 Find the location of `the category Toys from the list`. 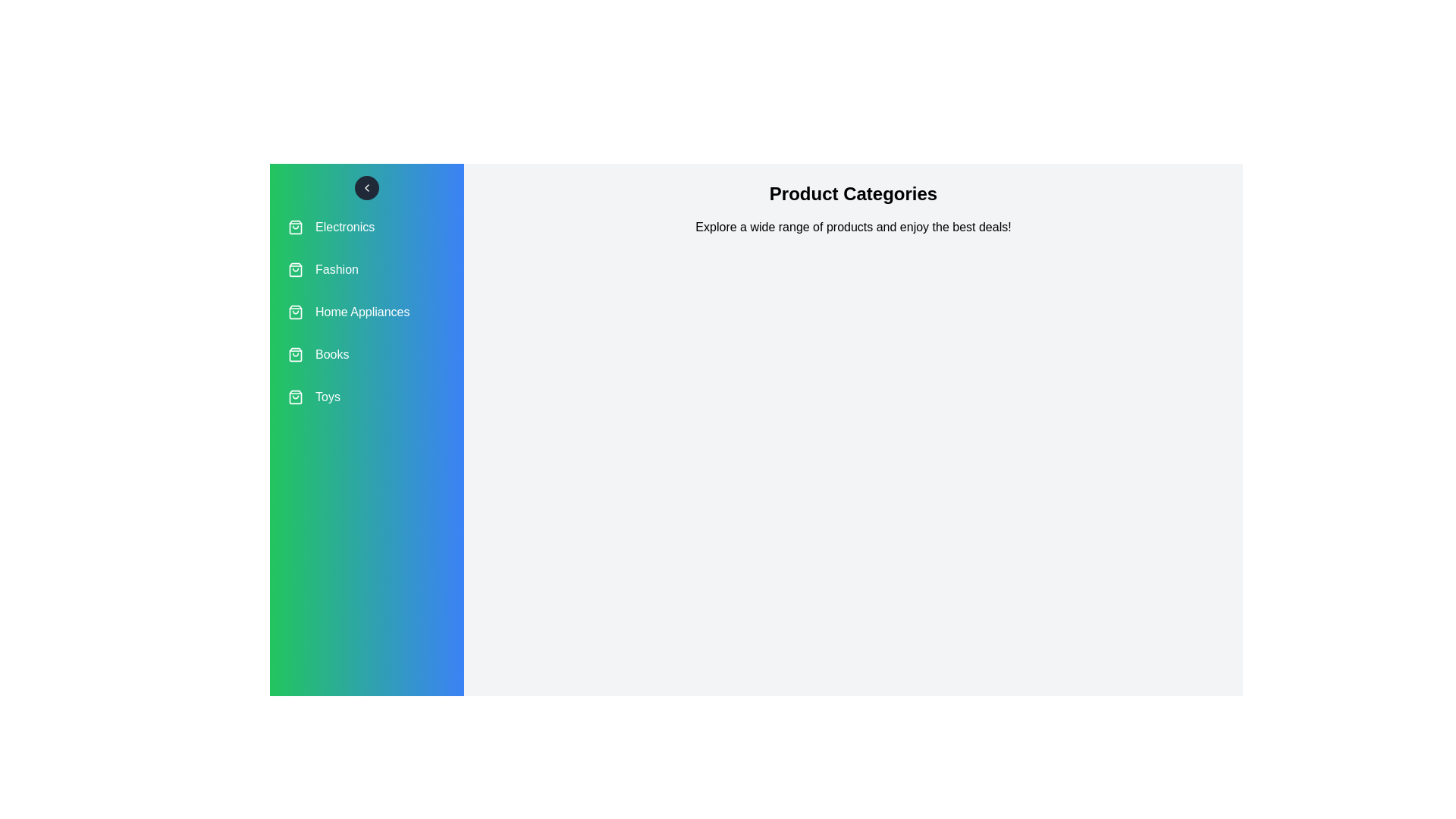

the category Toys from the list is located at coordinates (367, 397).